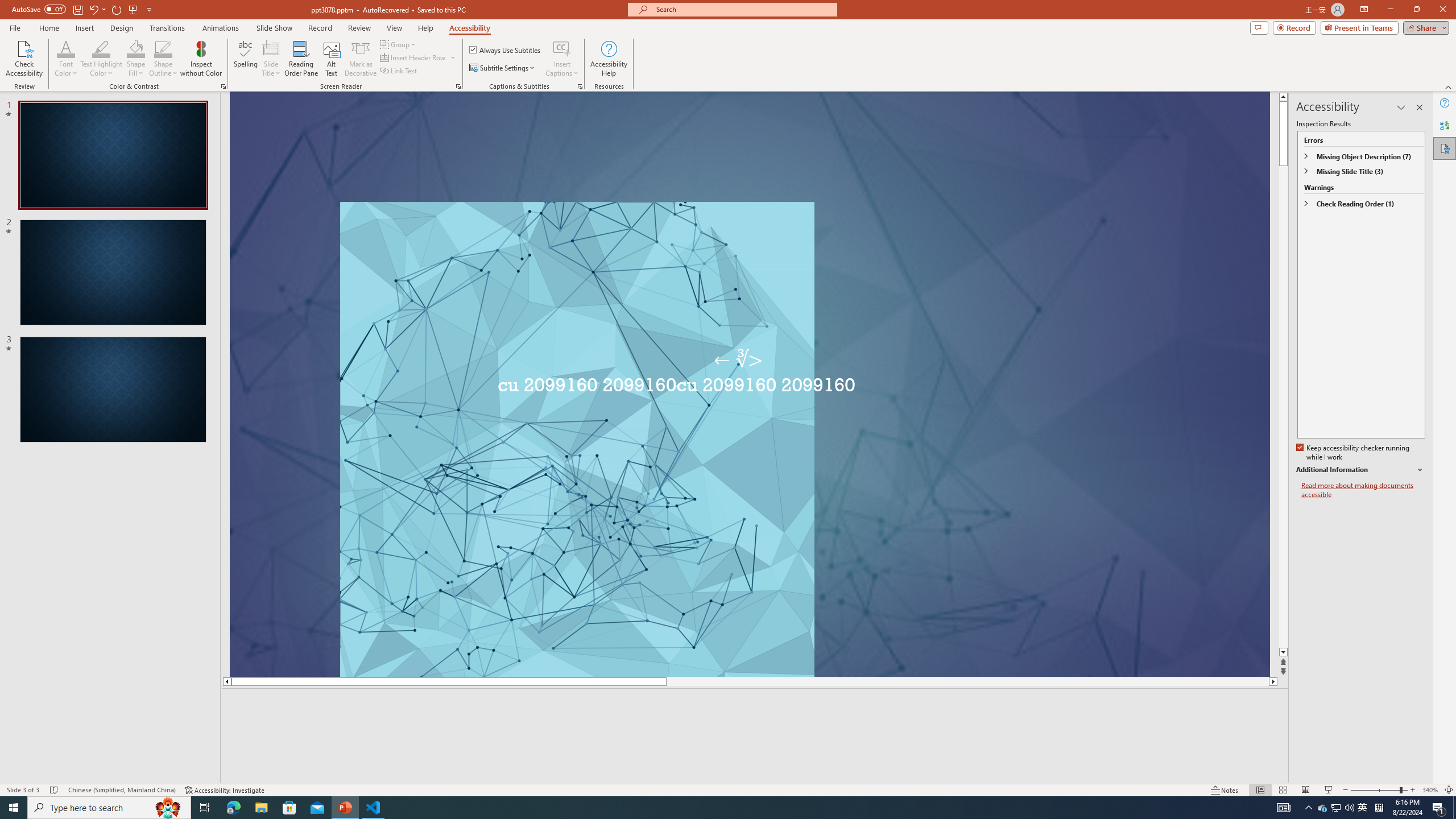 The height and width of the screenshot is (819, 1456). I want to click on 'Screen Reader', so click(458, 85).